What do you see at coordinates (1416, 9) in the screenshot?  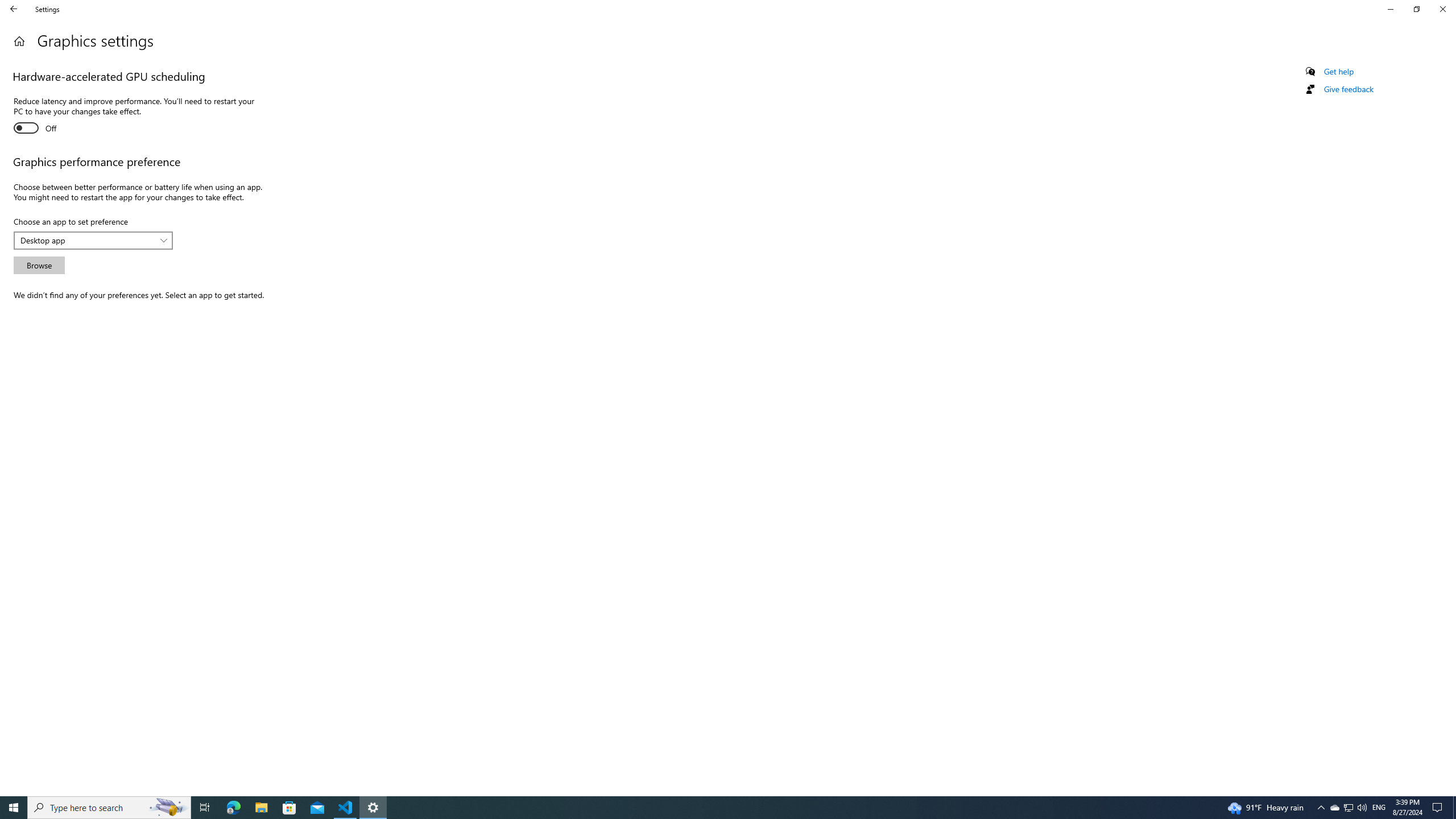 I see `'Restore Settings'` at bounding box center [1416, 9].